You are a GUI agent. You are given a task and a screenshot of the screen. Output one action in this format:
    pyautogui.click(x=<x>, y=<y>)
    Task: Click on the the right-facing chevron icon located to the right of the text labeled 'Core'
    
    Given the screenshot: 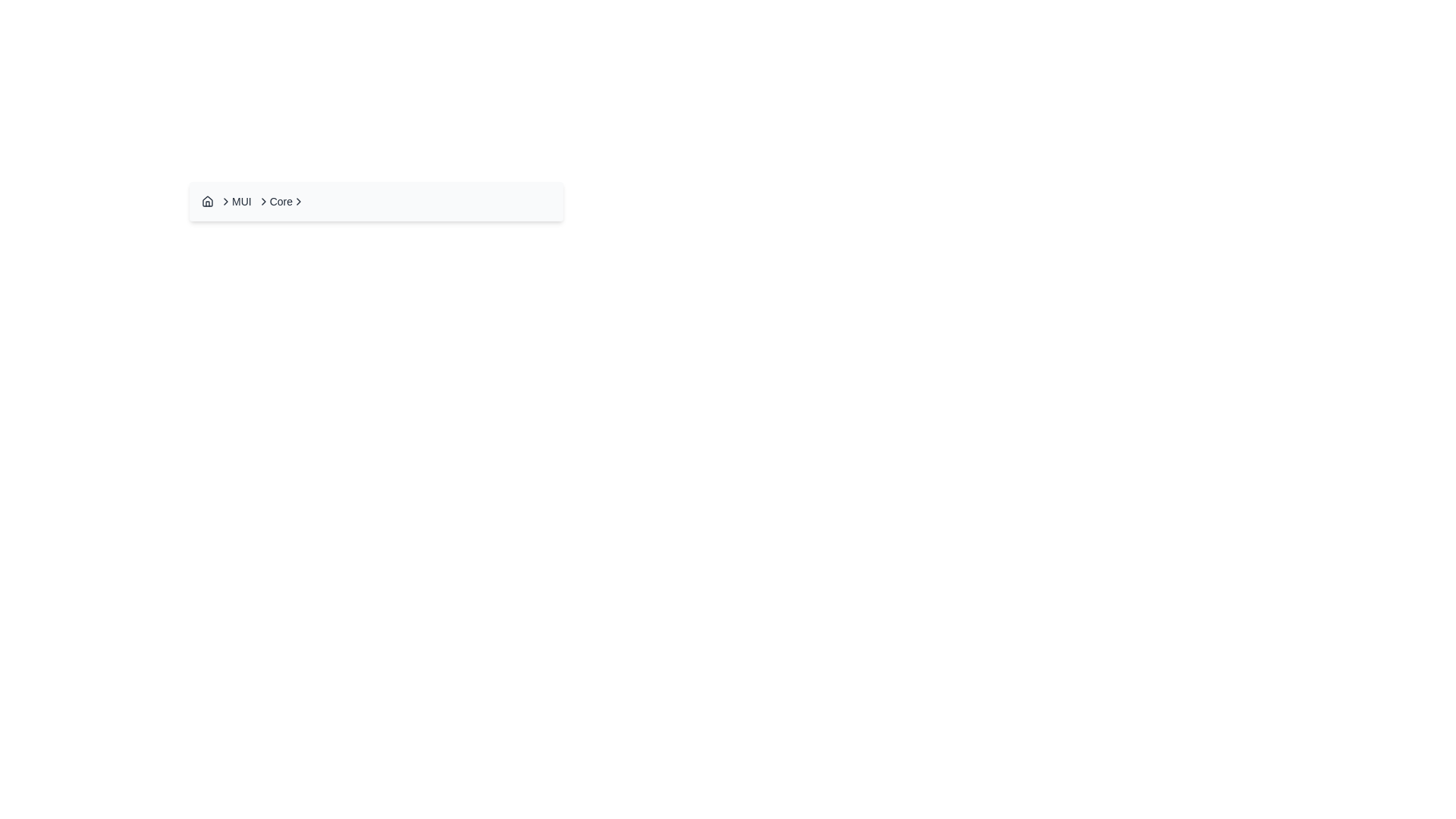 What is the action you would take?
    pyautogui.click(x=298, y=201)
    